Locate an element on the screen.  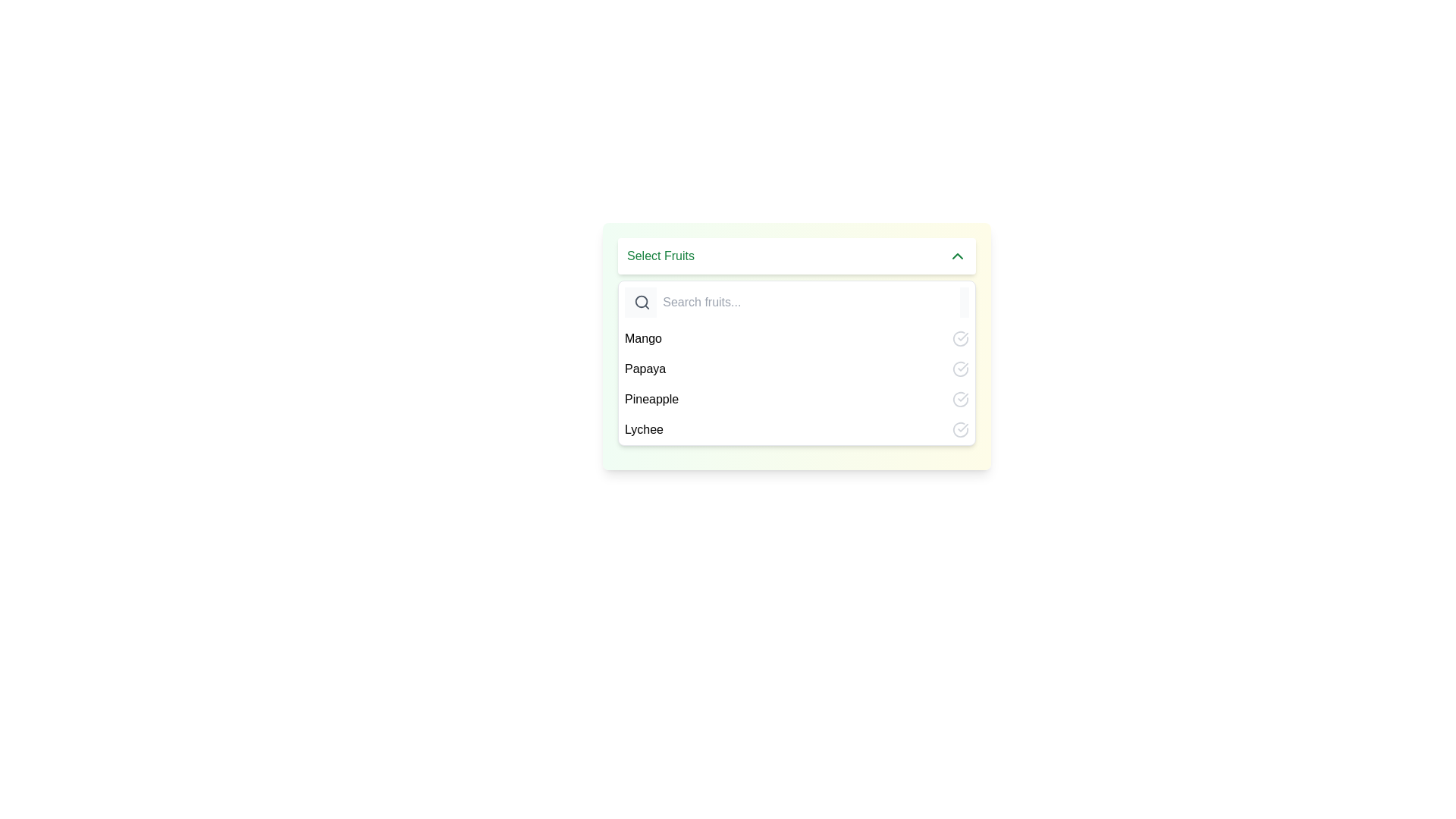
the second selectable item in the dropdown list labeled 'Papaya' is located at coordinates (796, 369).